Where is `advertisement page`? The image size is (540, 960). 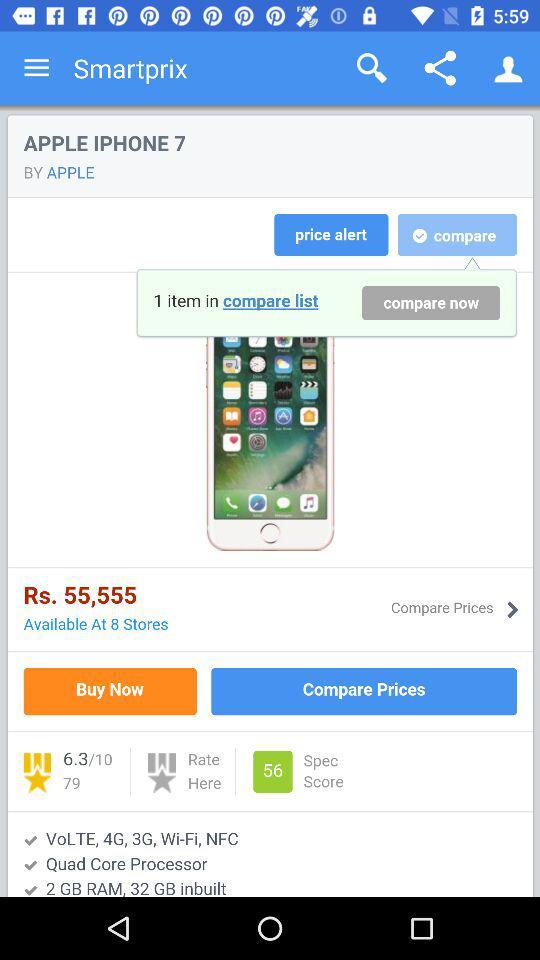
advertisement page is located at coordinates (270, 500).